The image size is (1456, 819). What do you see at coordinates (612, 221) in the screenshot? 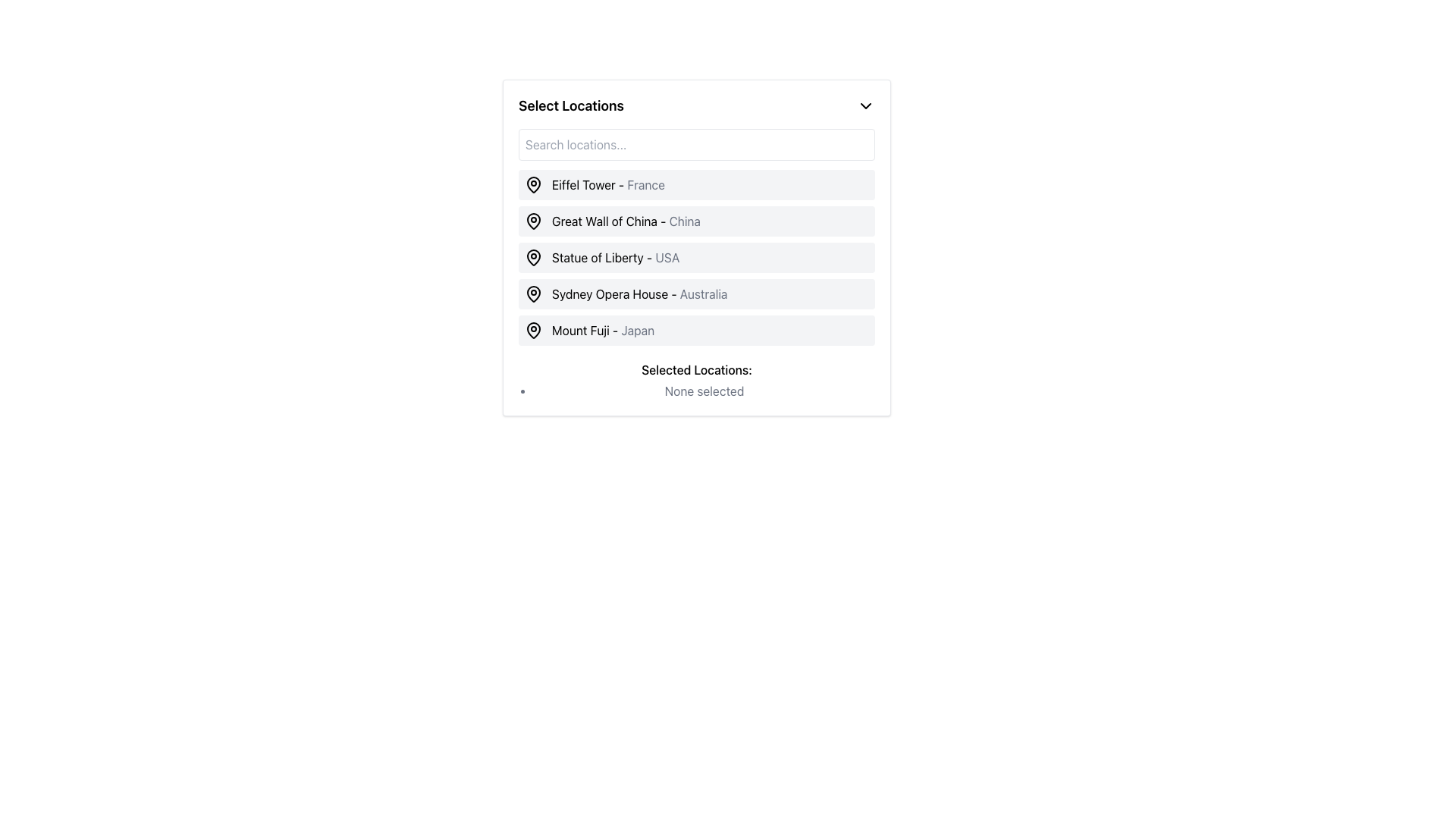
I see `the second selectable option in the 'Select Locations' dropdown that displays 'Great Wall of China - China' with an icon on its left` at bounding box center [612, 221].